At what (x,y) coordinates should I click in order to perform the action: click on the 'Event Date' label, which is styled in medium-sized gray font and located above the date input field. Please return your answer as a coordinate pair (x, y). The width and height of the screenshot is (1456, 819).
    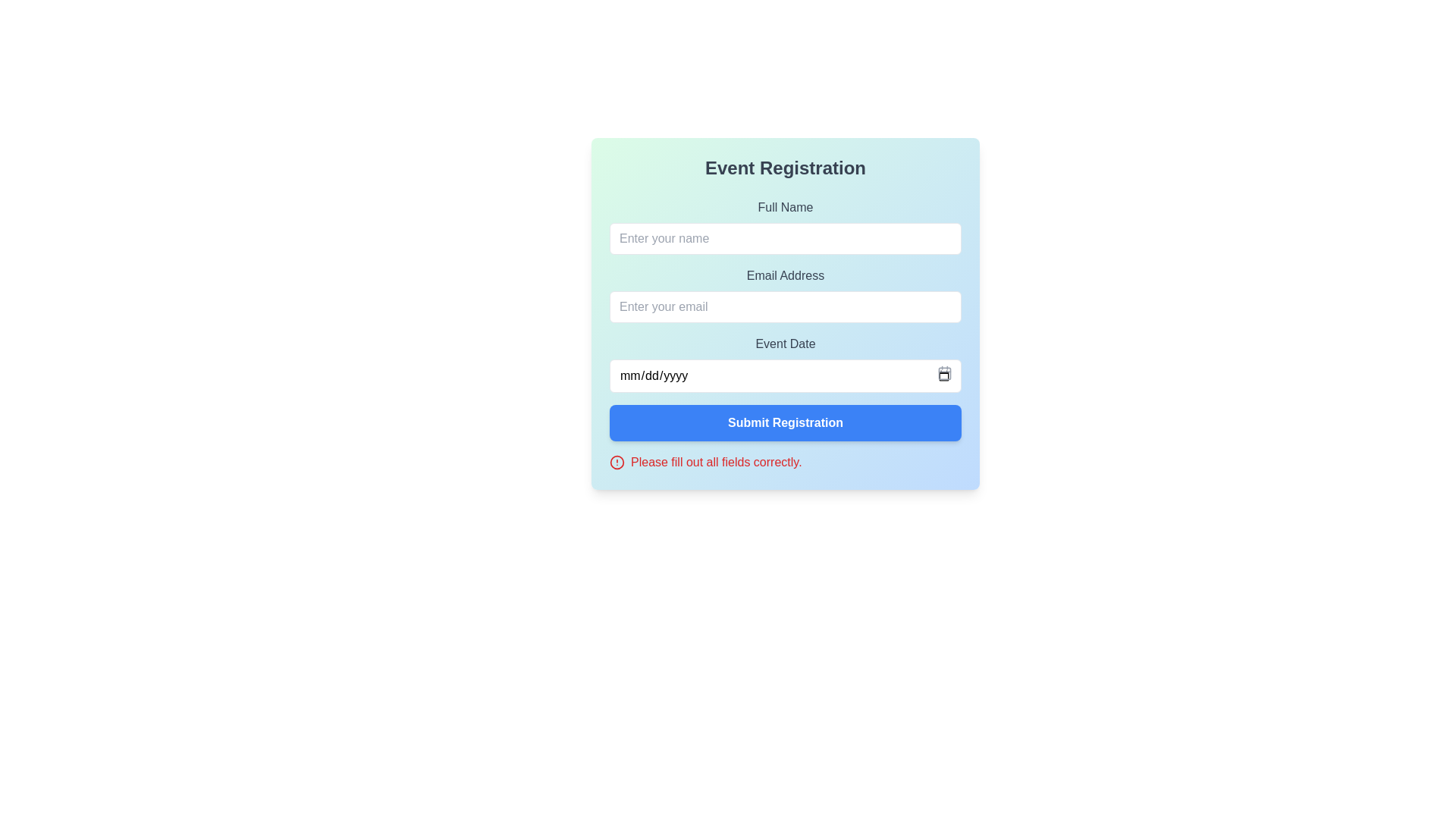
    Looking at the image, I should click on (786, 344).